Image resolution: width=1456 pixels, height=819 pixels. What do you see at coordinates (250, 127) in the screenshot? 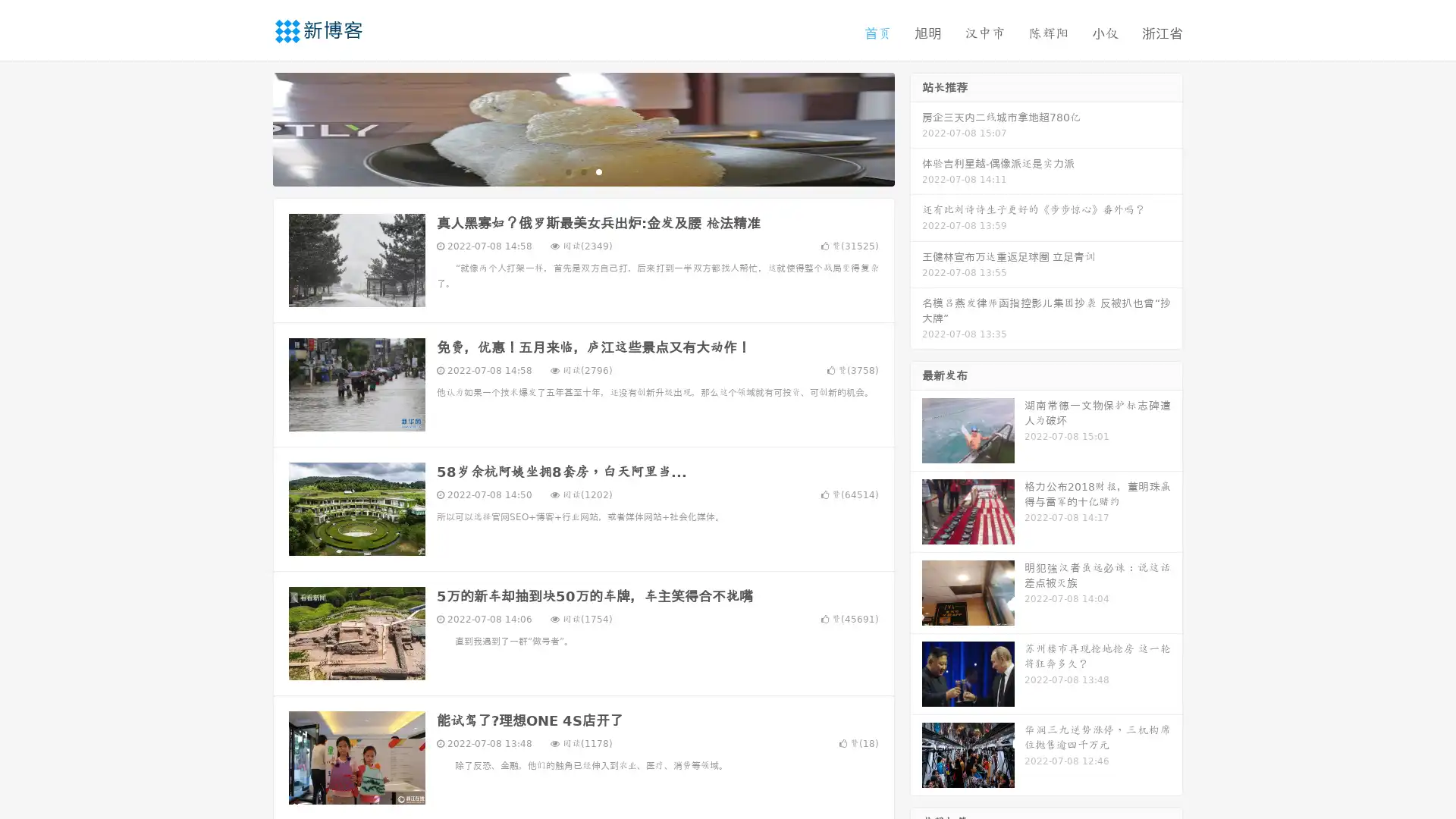
I see `Previous slide` at bounding box center [250, 127].